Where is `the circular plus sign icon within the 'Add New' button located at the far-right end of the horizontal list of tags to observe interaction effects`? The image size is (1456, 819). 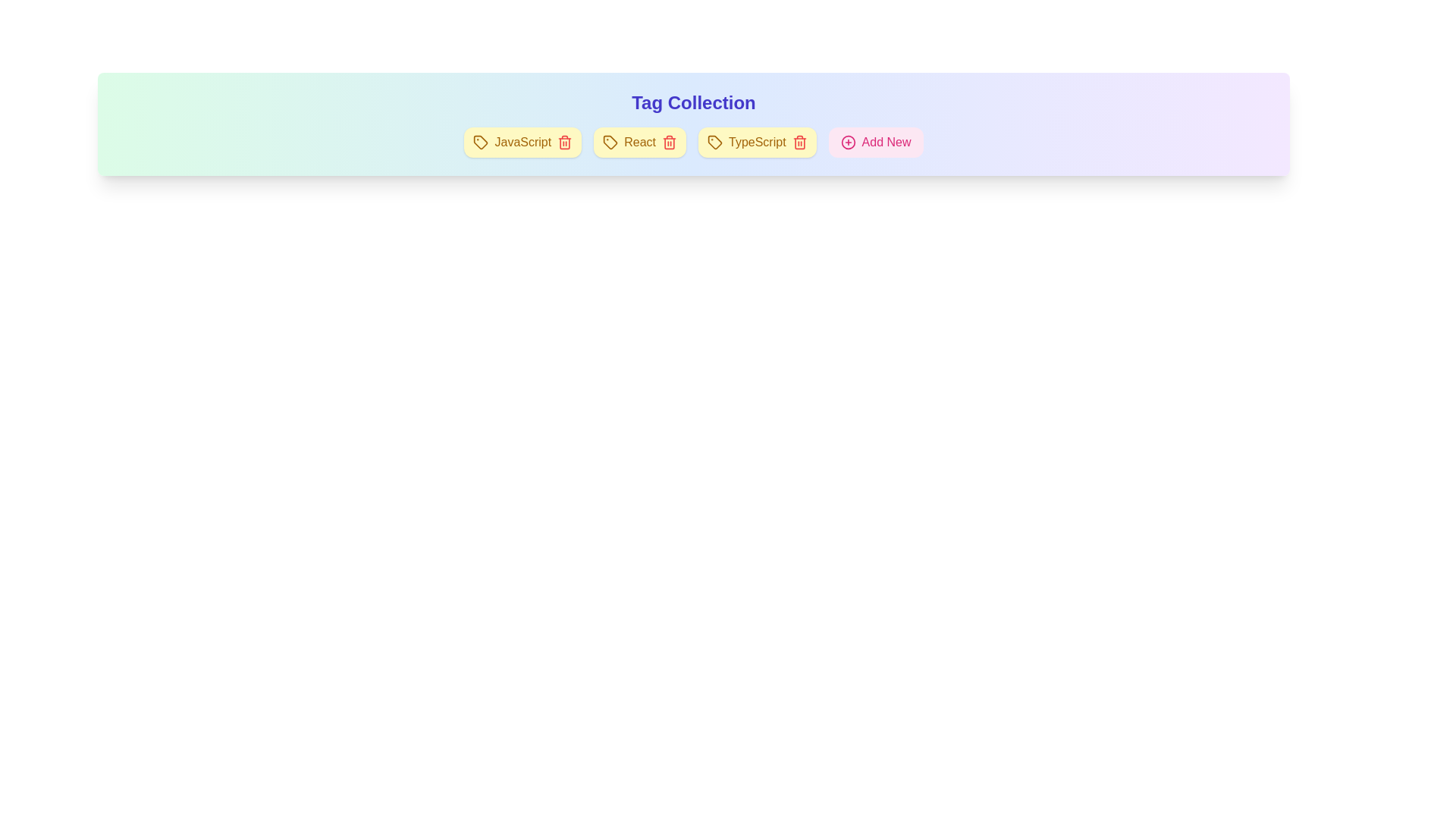
the circular plus sign icon within the 'Add New' button located at the far-right end of the horizontal list of tags to observe interaction effects is located at coordinates (847, 143).